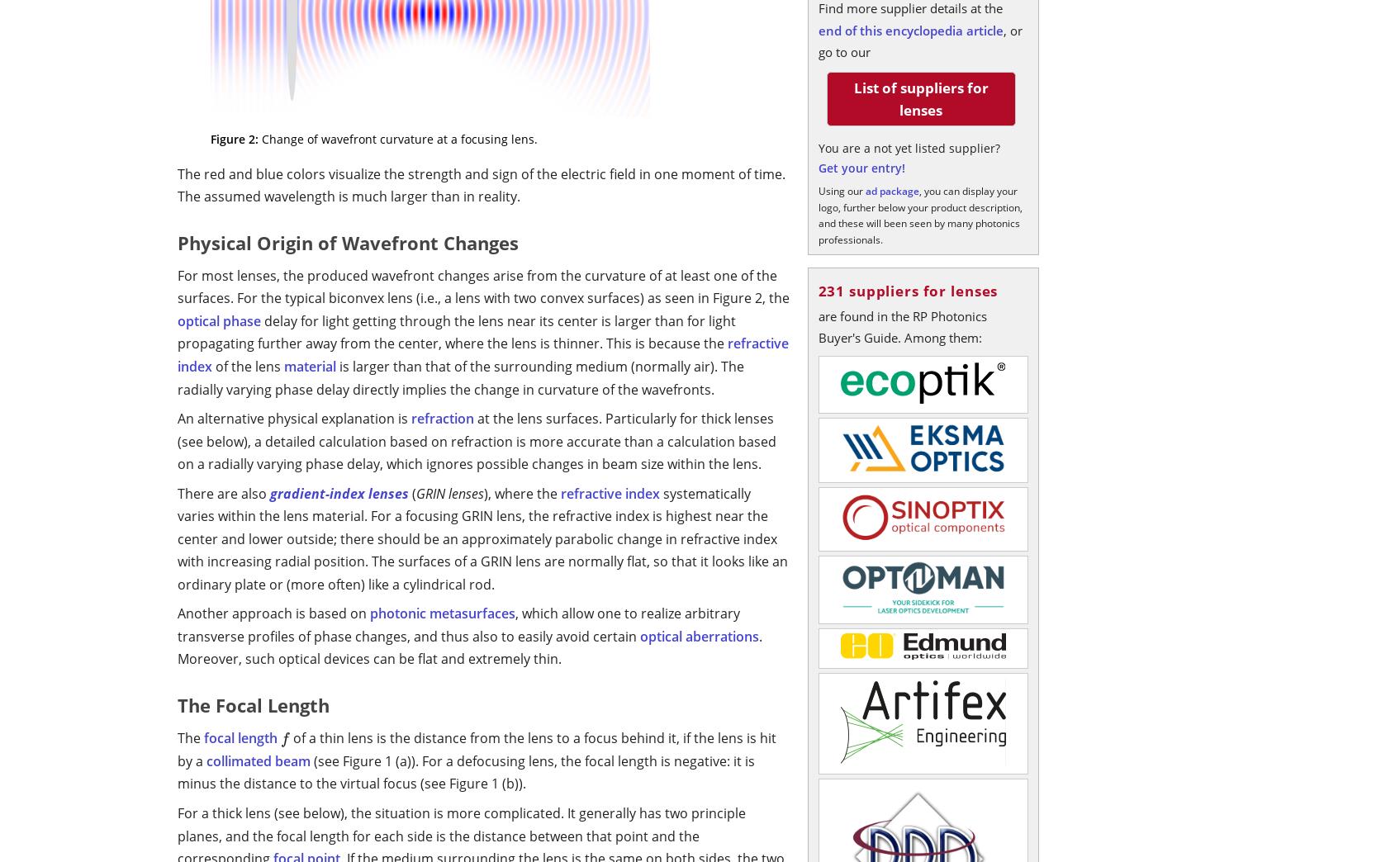 The image size is (1400, 862). Describe the element at coordinates (293, 418) in the screenshot. I see `'An alternative physical explanation is'` at that location.